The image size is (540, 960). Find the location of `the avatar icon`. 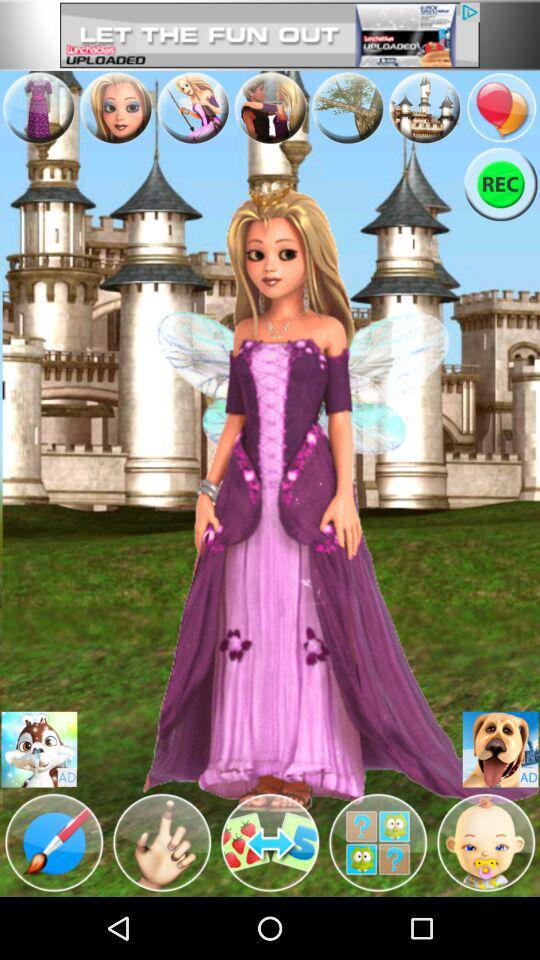

the avatar icon is located at coordinates (485, 902).